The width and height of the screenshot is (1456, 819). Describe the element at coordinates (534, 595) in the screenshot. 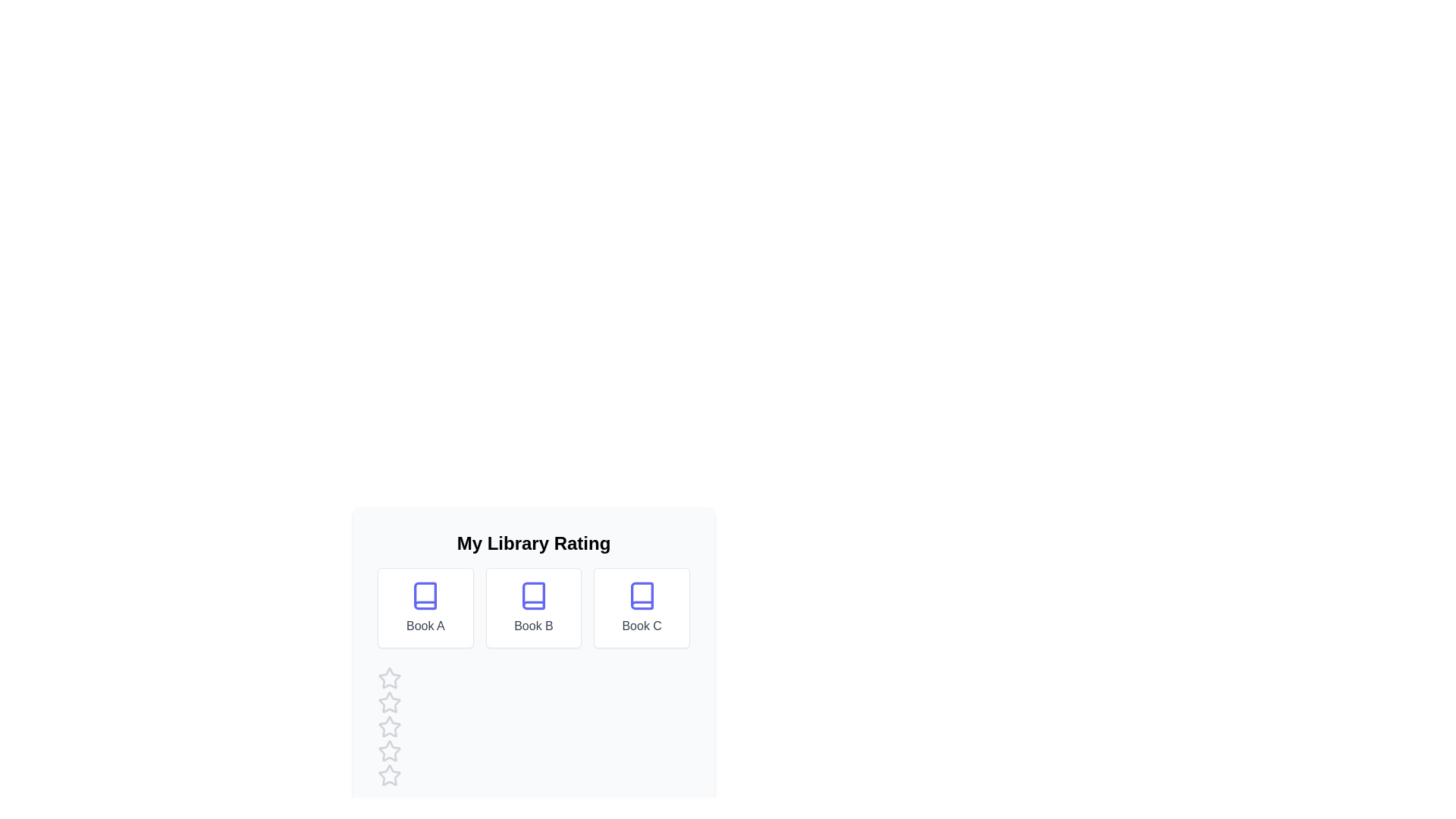

I see `the book icon for Book B` at that location.